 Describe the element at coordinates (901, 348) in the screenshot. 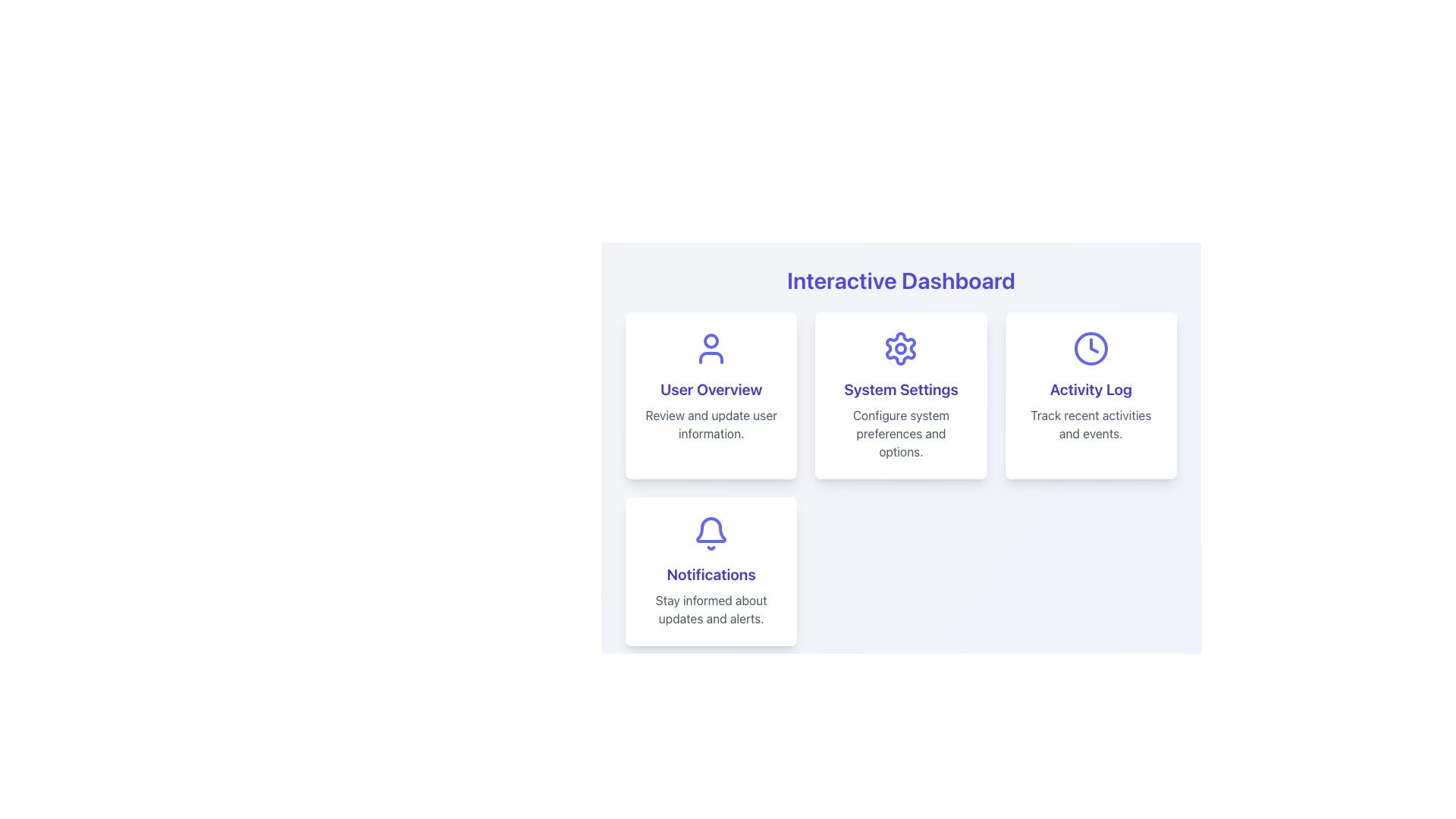

I see `the gear-shaped icon in indigo with a light outline, located in the center of the 'System Settings' card, positioned in the top-right quadrant of the dashboard` at that location.